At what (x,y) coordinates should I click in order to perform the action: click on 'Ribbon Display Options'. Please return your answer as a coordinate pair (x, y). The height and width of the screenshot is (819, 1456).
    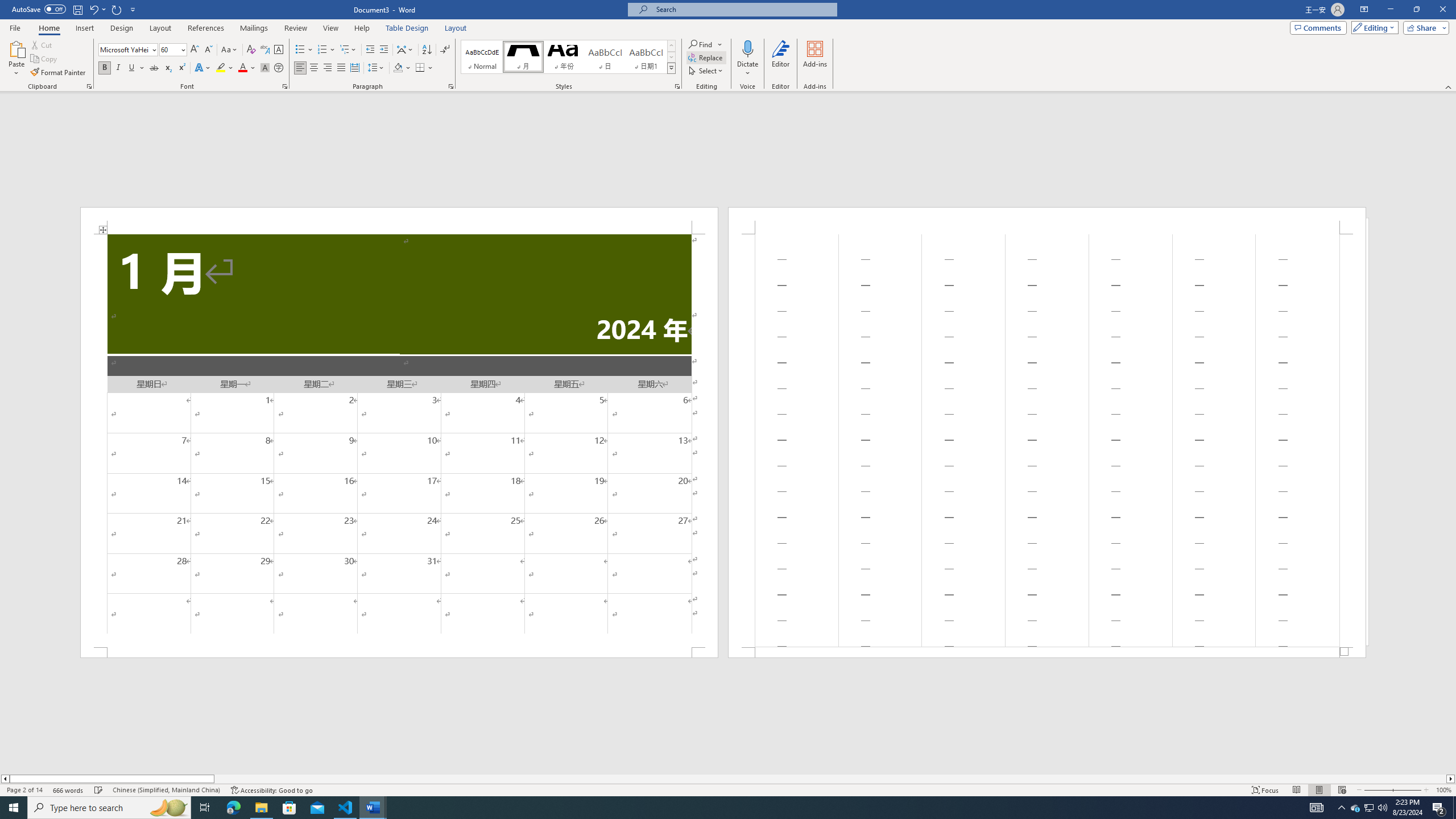
    Looking at the image, I should click on (1363, 9).